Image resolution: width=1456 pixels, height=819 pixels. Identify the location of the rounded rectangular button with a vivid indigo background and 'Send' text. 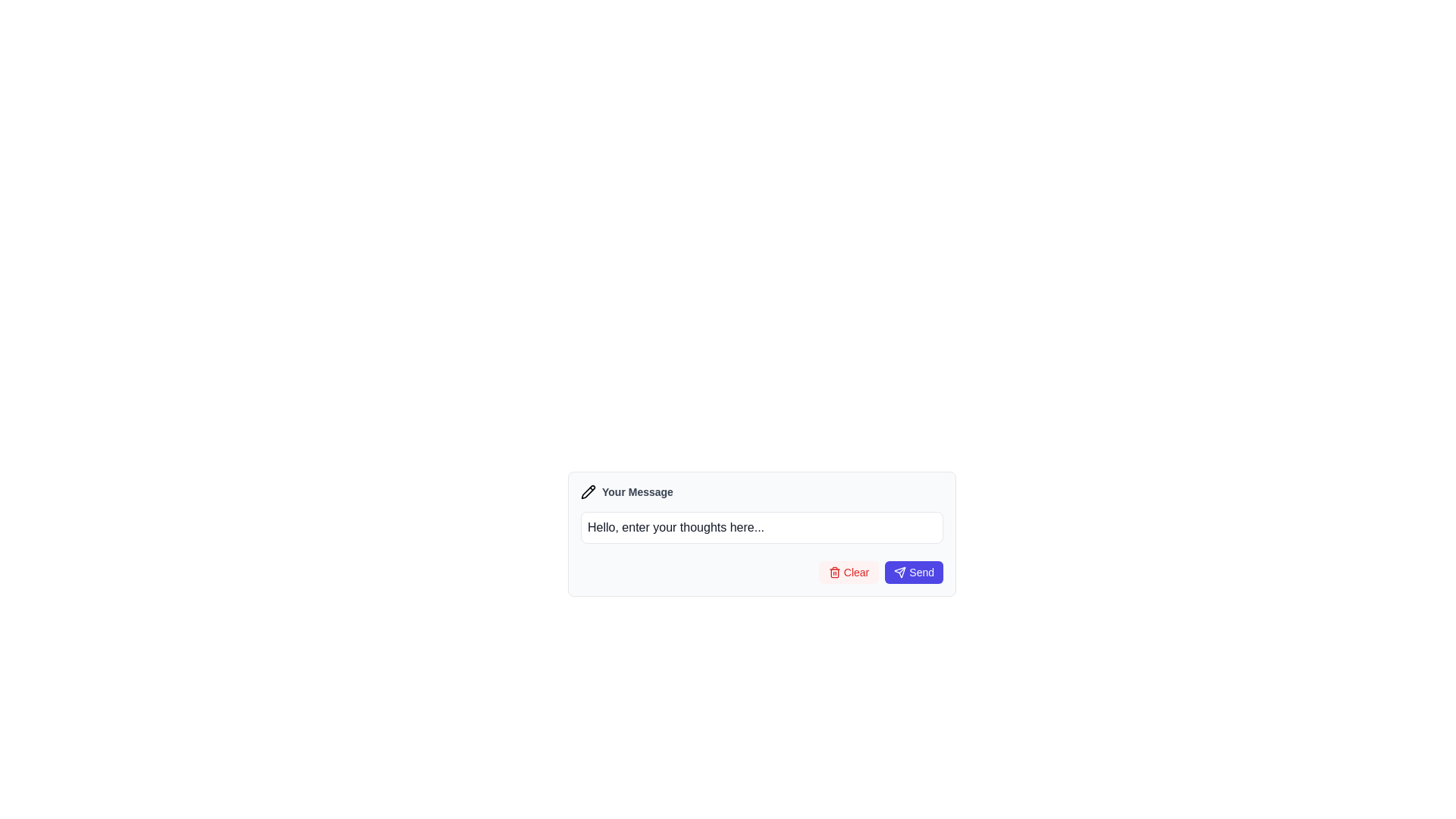
(913, 573).